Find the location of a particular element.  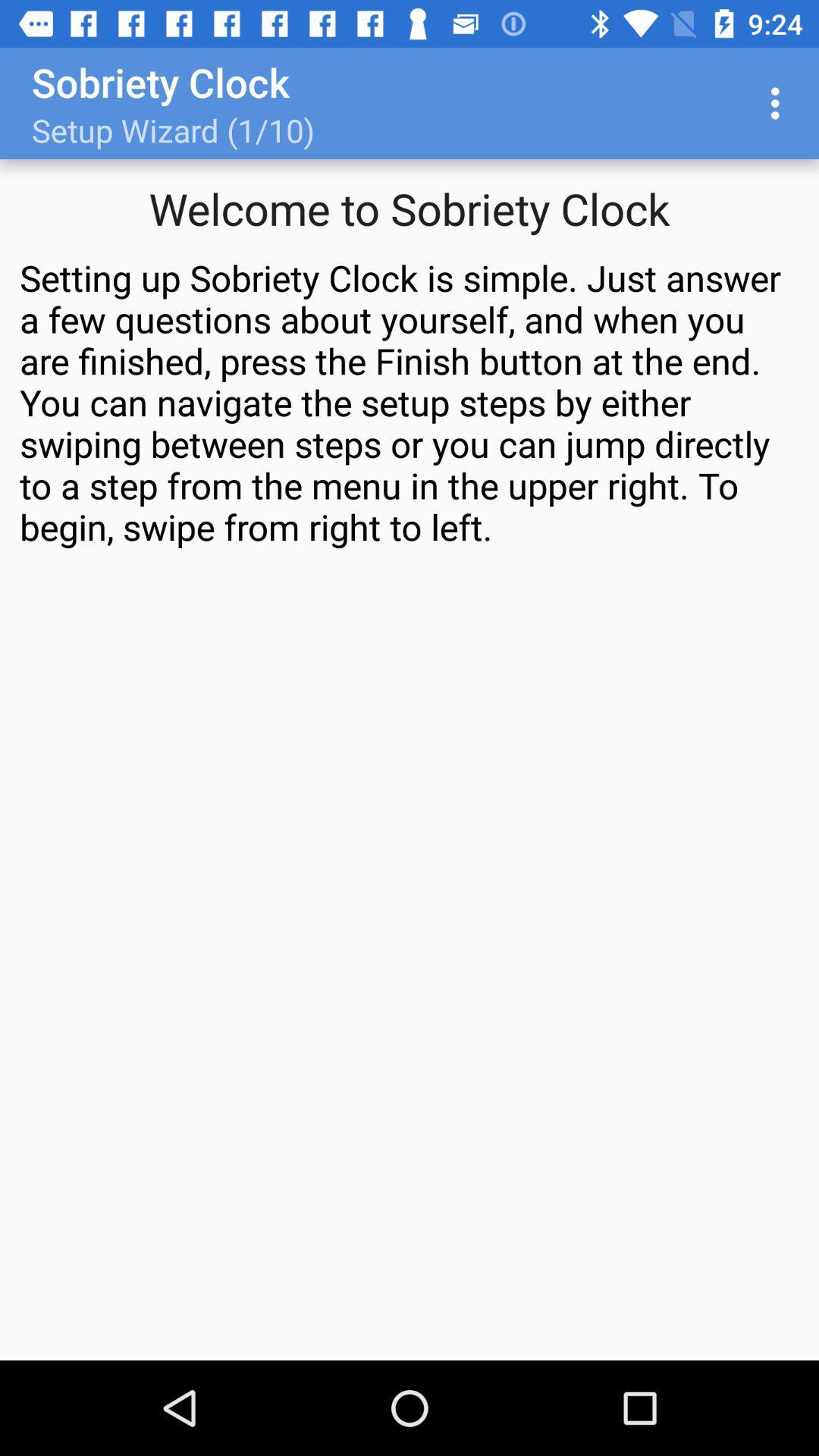

item above setting up sobriety icon is located at coordinates (779, 102).